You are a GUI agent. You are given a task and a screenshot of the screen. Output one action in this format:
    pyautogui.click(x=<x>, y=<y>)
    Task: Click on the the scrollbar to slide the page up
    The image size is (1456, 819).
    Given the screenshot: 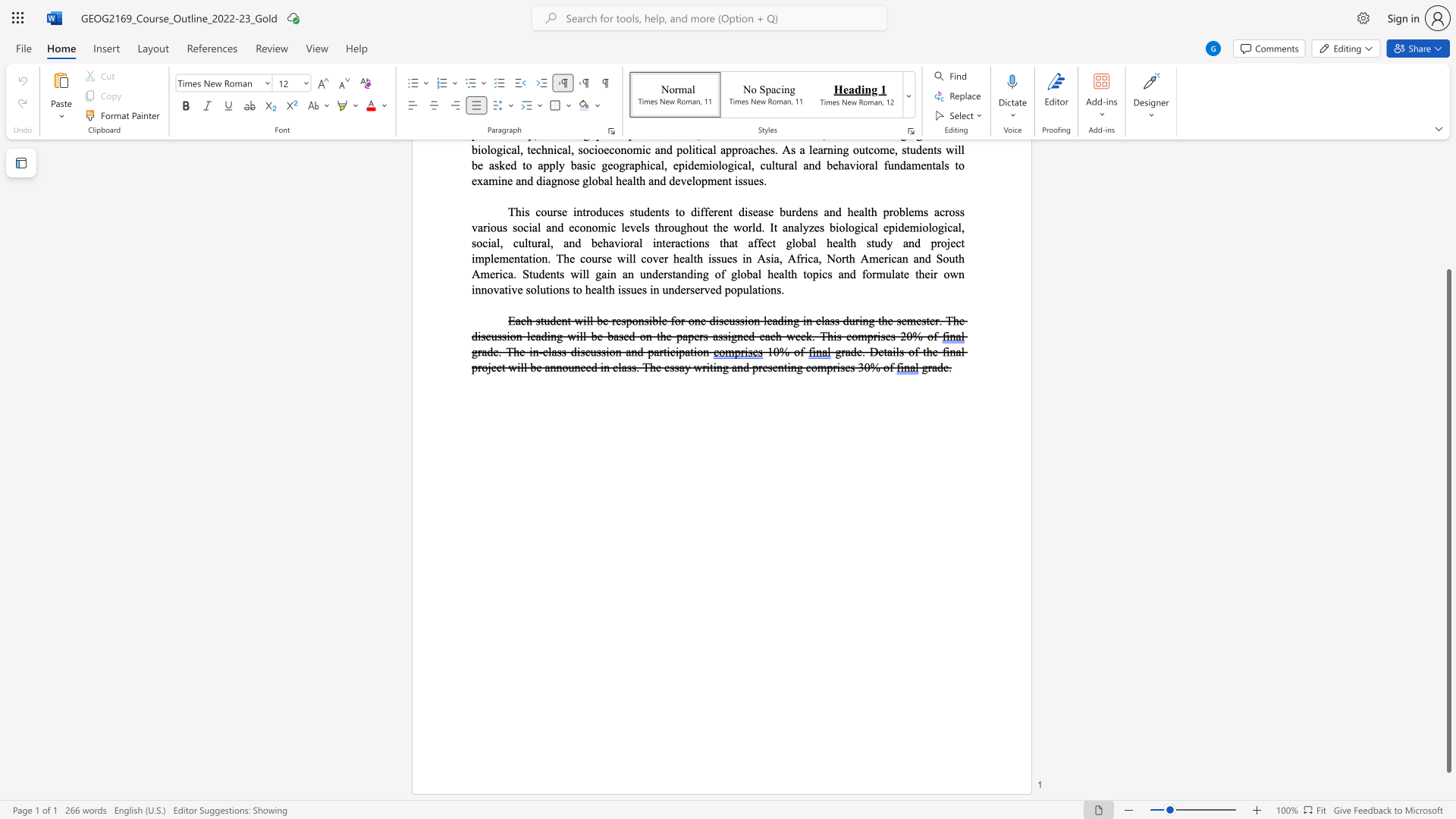 What is the action you would take?
    pyautogui.click(x=1448, y=205)
    